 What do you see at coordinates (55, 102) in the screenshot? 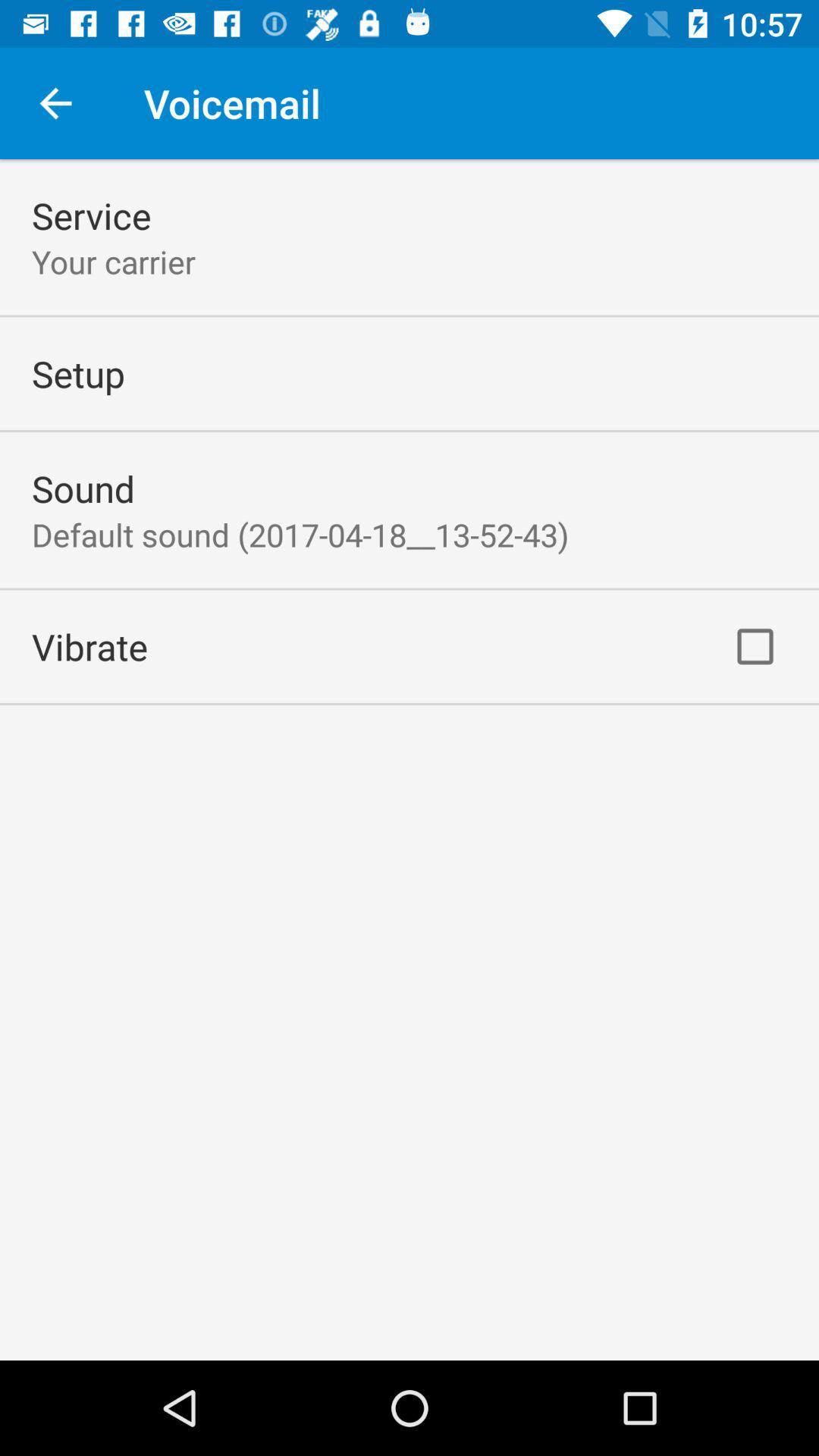
I see `the app above service` at bounding box center [55, 102].